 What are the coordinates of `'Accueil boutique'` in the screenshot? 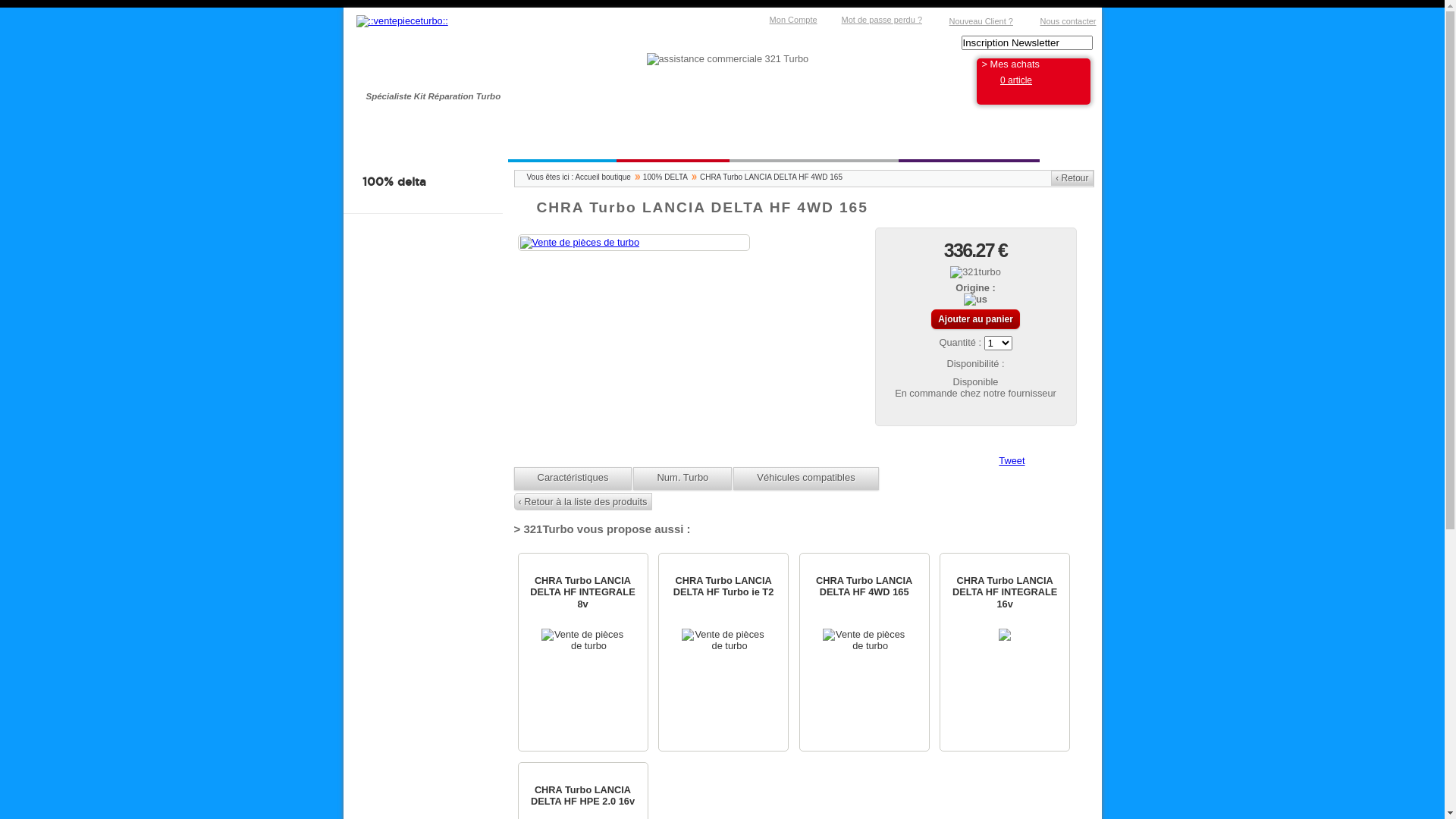 It's located at (607, 176).